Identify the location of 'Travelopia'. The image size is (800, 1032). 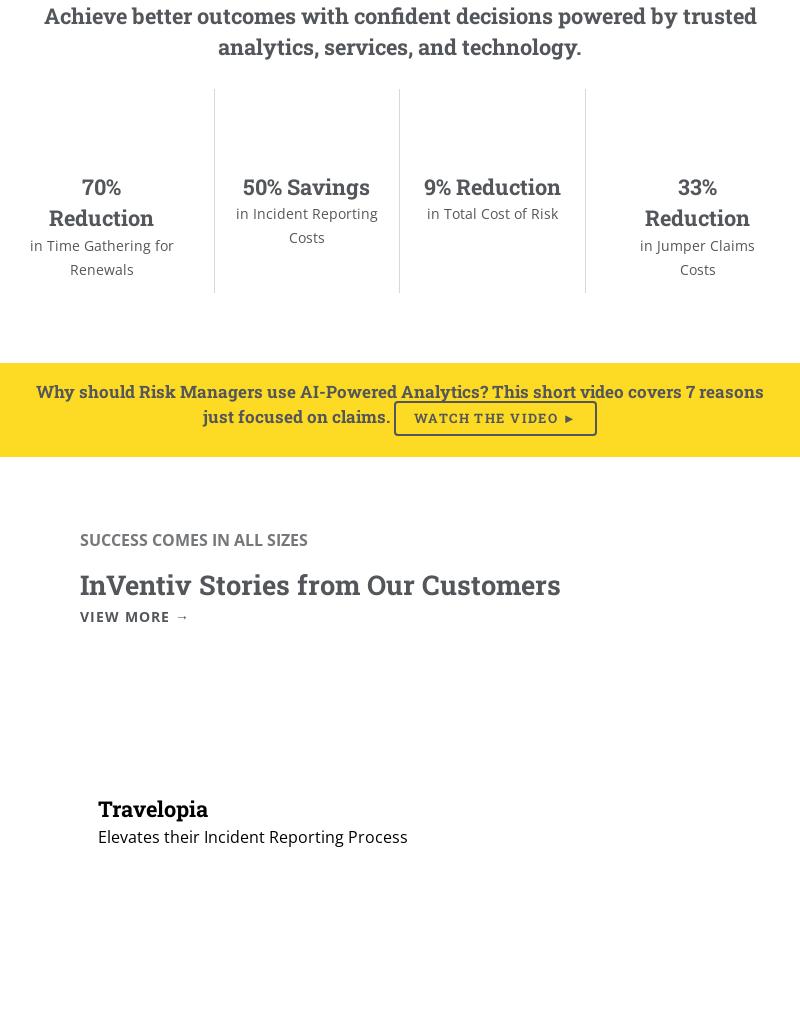
(152, 807).